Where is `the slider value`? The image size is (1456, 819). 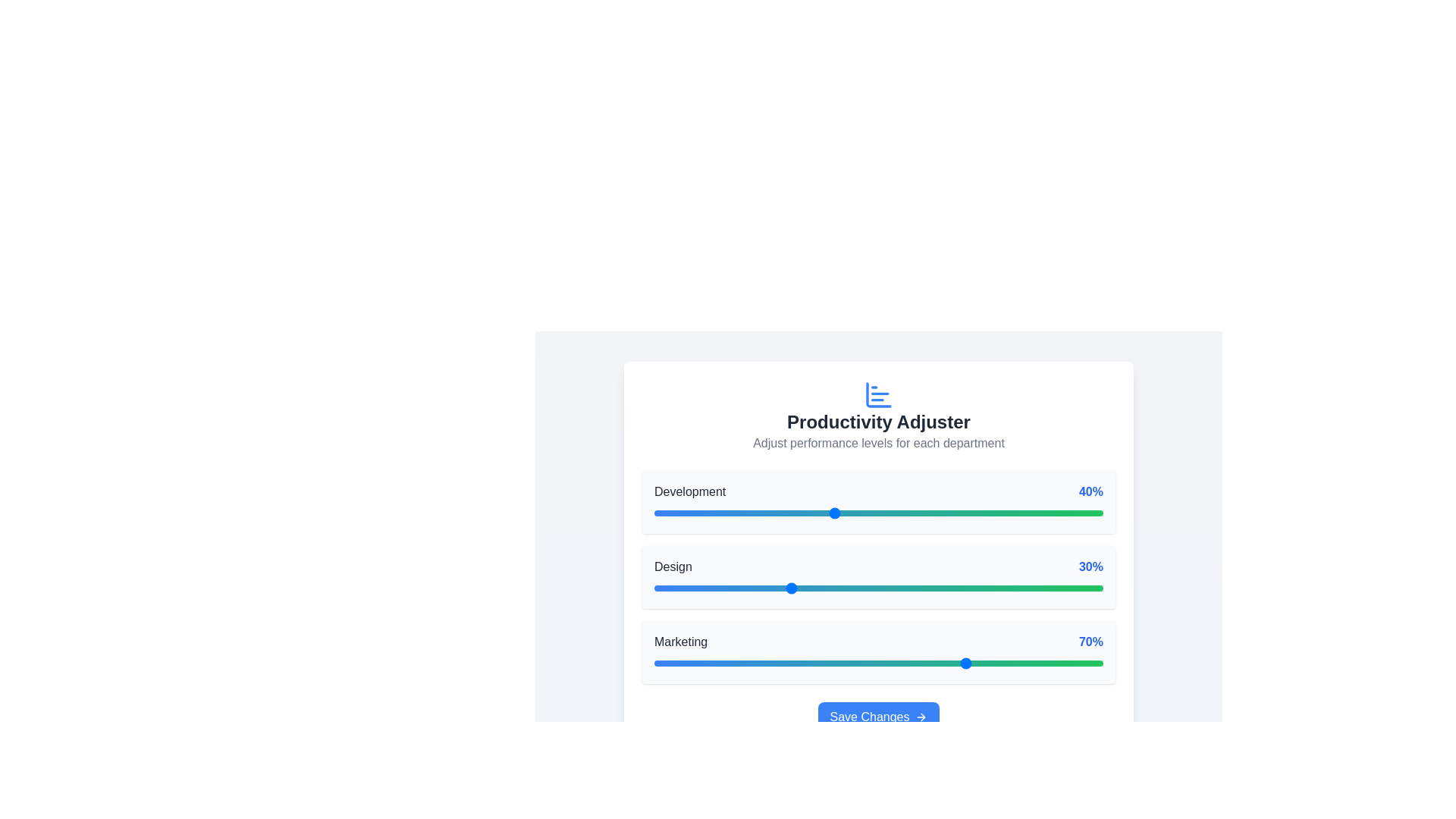 the slider value is located at coordinates (792, 513).